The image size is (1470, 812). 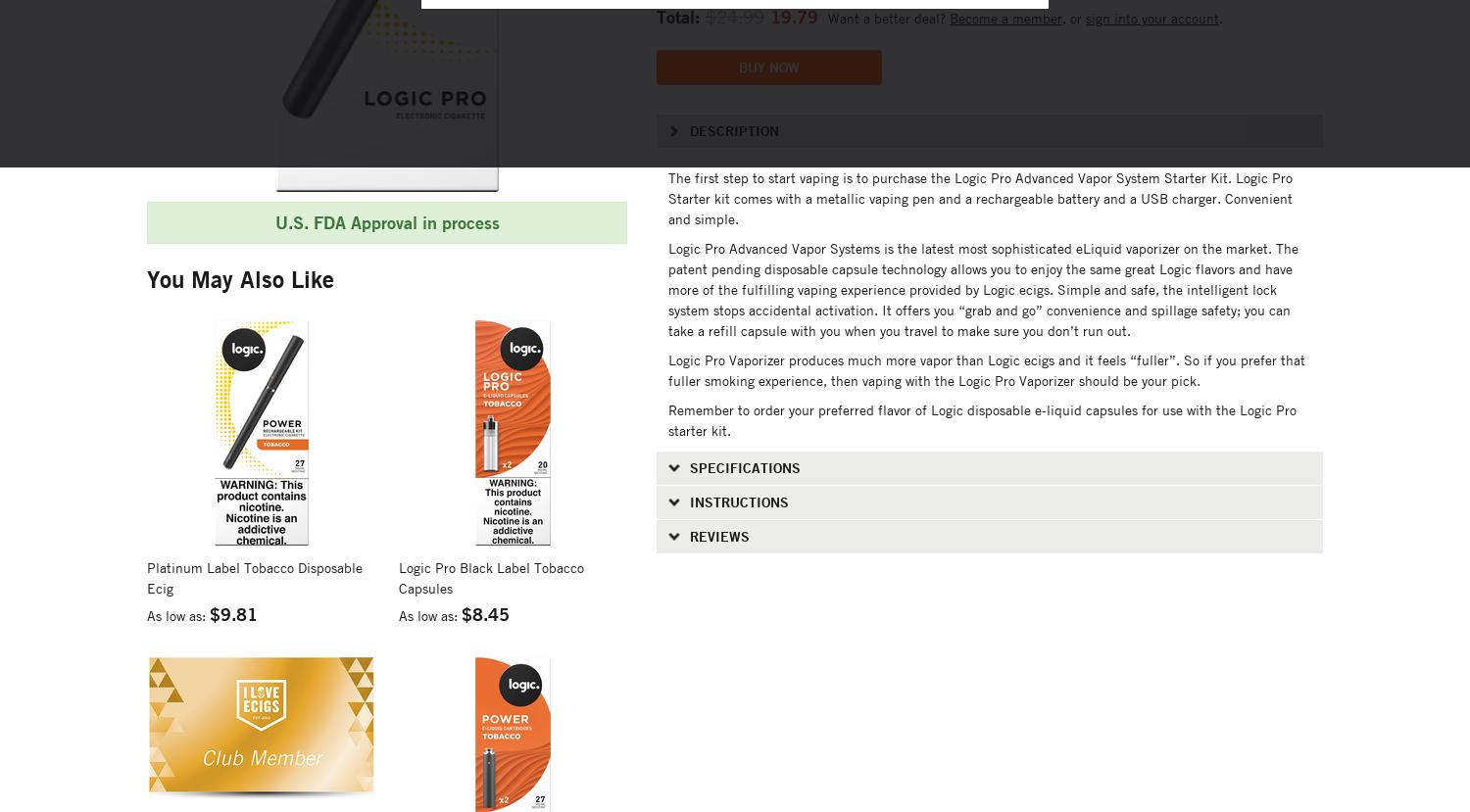 What do you see at coordinates (983, 288) in the screenshot?
I see `'Logic Pro Advanced Vapor Systems is the latest most sophisticated eLiquid vaporizer on the market. The patent pending disposable capsule technology allows you to enjoy the same great Logic flavors and have more of the fulfilling vaping experience provided by Logic ecigs. Simple and safe, the intelligent lock system stops accidental activation. It offers you “grab and go” convenience and spillage safety; you can take a refill capsule with you when you travel to make sure you don’t run out.'` at bounding box center [983, 288].